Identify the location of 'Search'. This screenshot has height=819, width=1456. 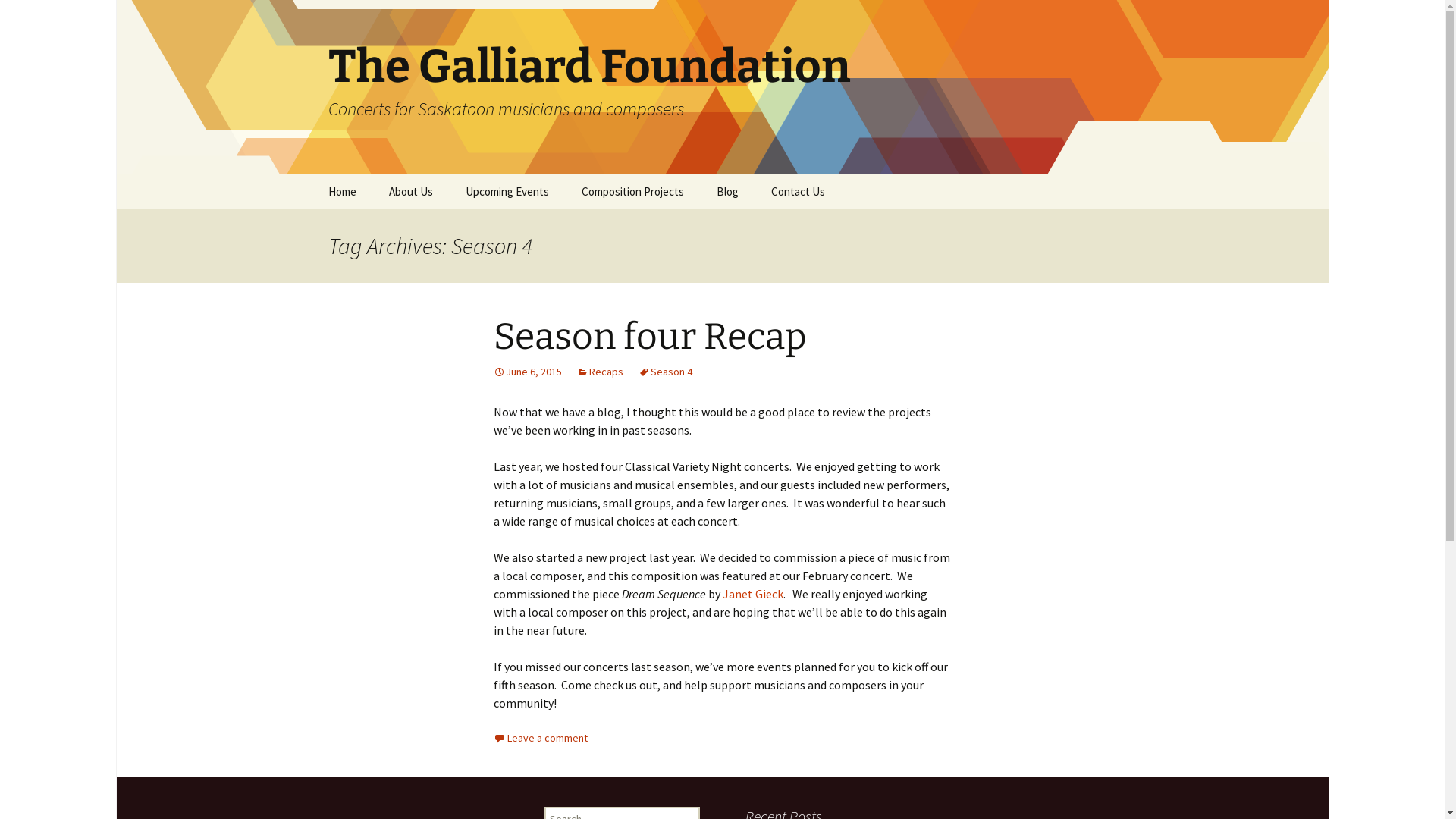
(18, 17).